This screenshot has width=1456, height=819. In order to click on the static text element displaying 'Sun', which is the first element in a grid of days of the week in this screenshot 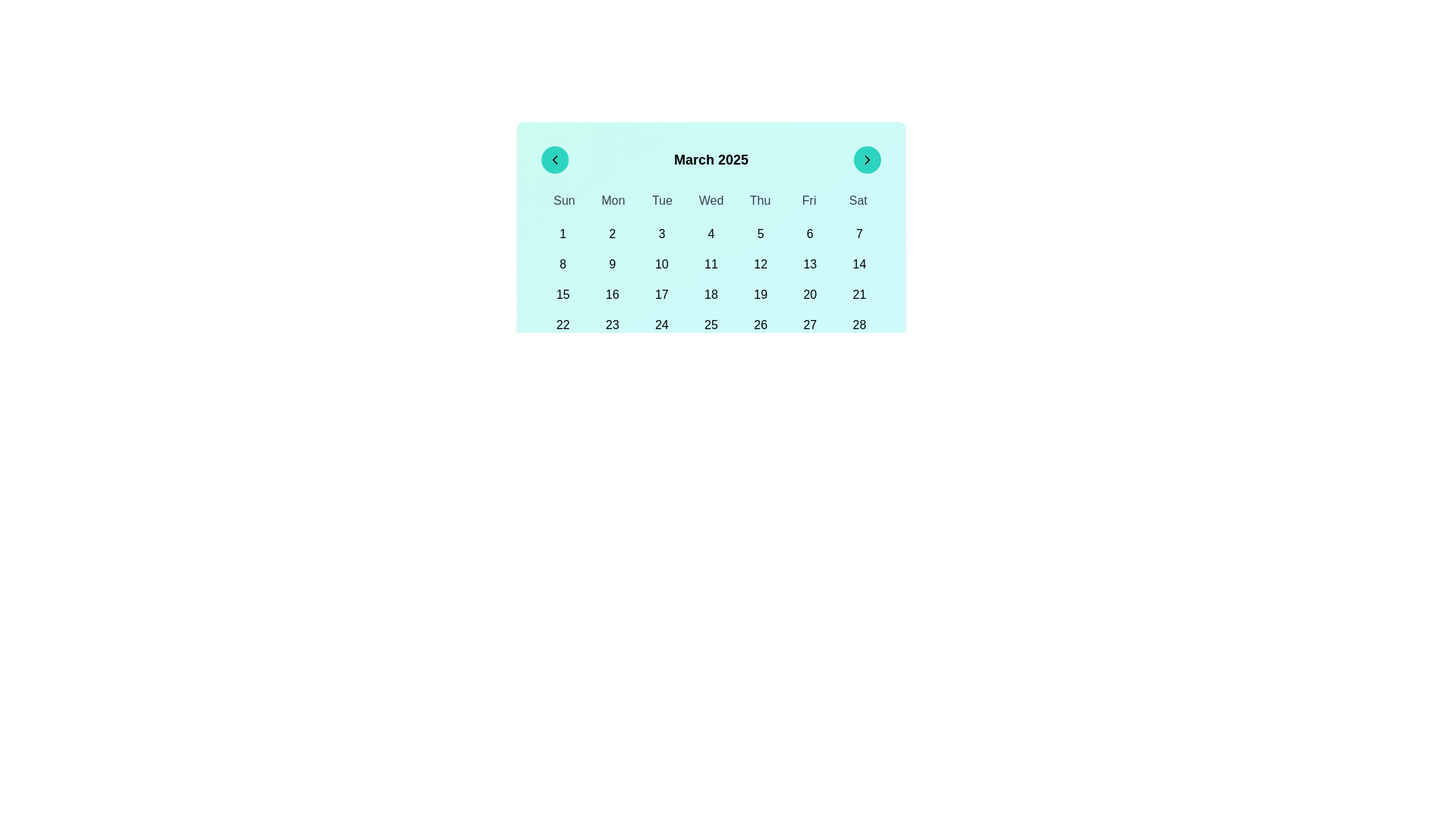, I will do `click(563, 200)`.